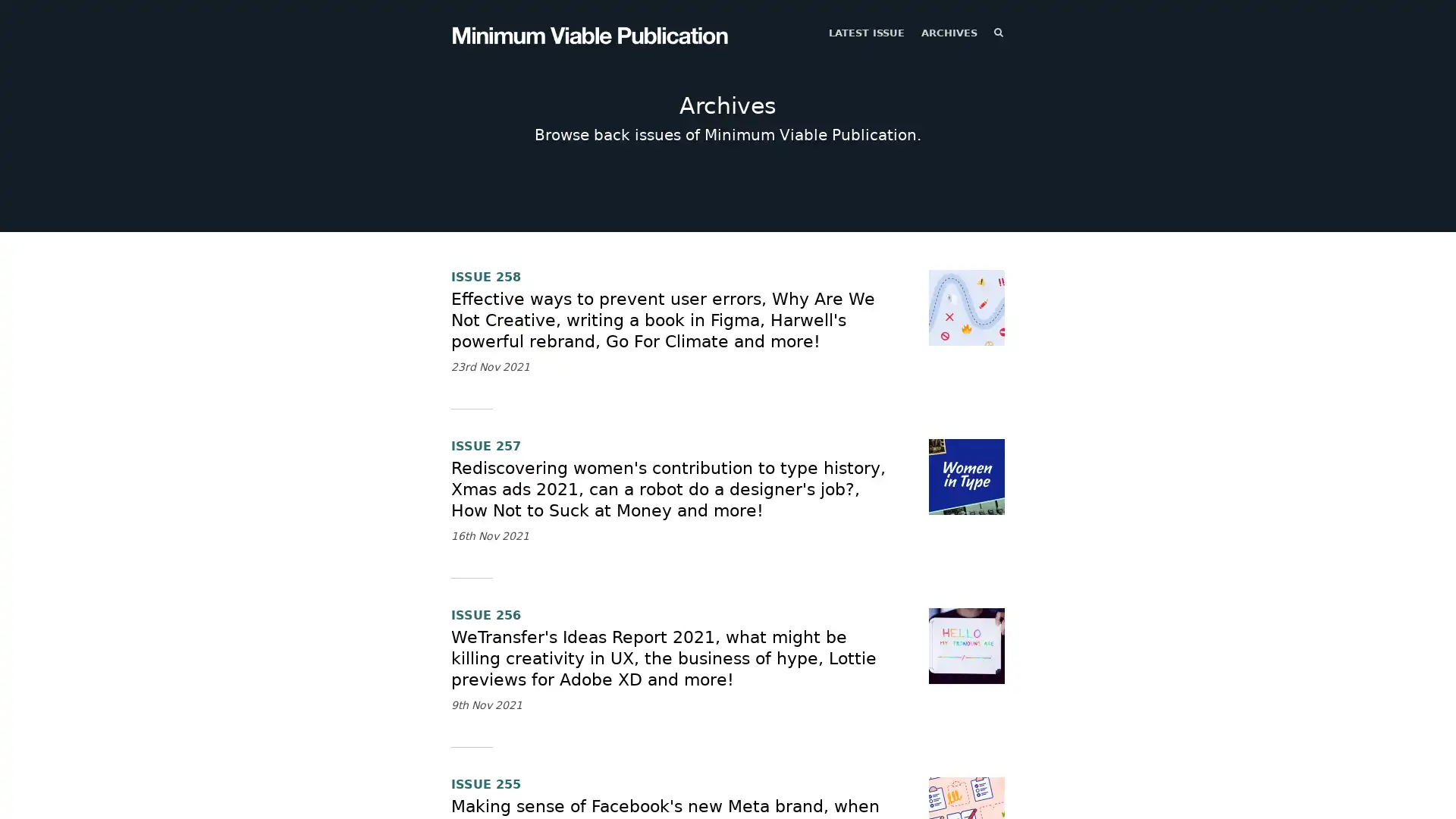  Describe the element at coordinates (453, 3) in the screenshot. I see `TOGGLE MENU` at that location.